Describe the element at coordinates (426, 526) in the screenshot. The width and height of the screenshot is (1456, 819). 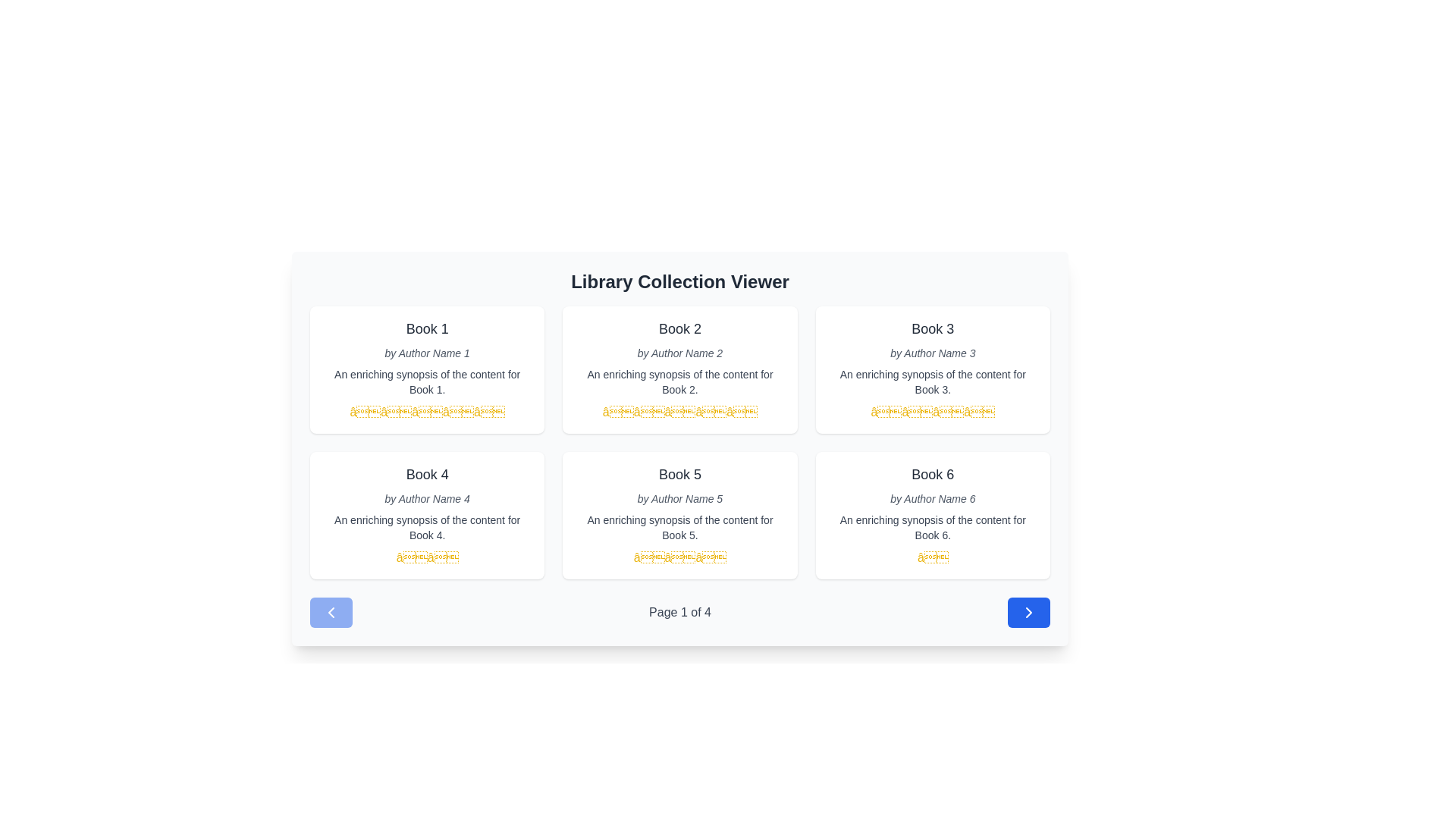
I see `the text display containing the sentence 'An enriching synopsis of the content for Book 4', located beneath the author's name and above the rating stars in the card for 'Book 4'` at that location.